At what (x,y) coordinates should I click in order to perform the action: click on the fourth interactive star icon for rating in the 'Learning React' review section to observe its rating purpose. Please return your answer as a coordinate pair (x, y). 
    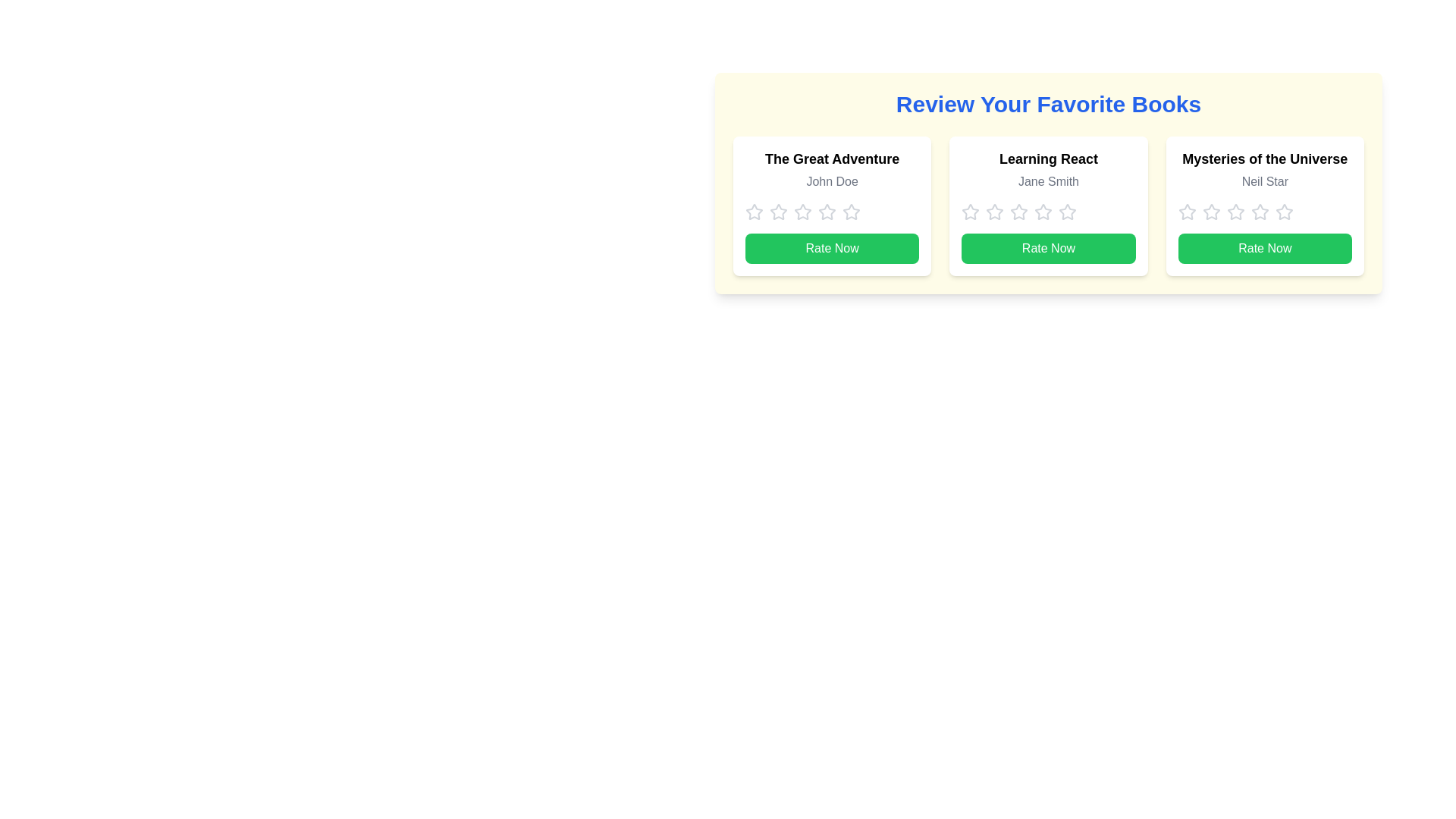
    Looking at the image, I should click on (1019, 212).